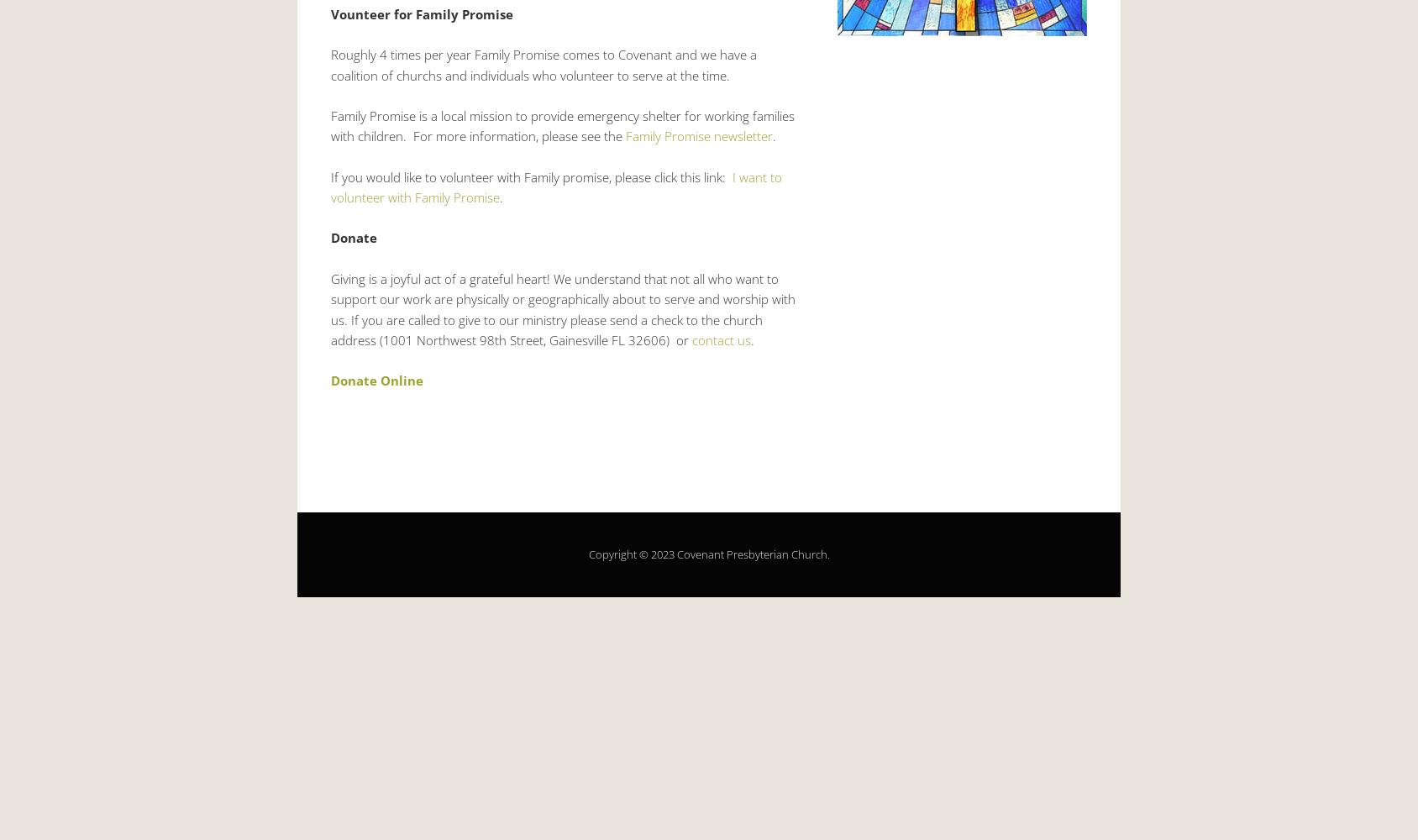 Image resolution: width=1418 pixels, height=840 pixels. I want to click on 'contact us', so click(721, 339).